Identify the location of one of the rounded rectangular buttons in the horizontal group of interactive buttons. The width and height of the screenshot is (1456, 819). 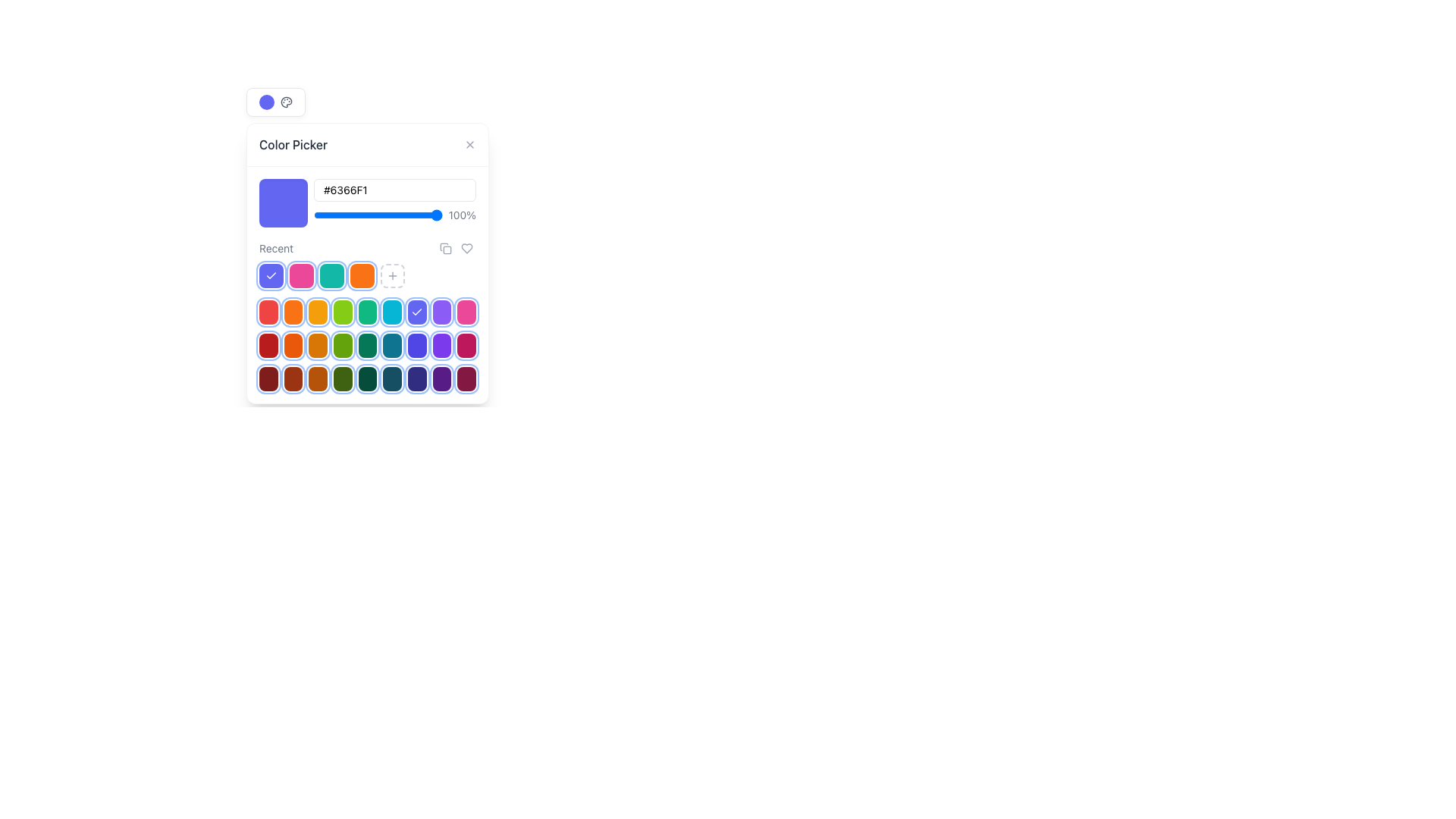
(367, 378).